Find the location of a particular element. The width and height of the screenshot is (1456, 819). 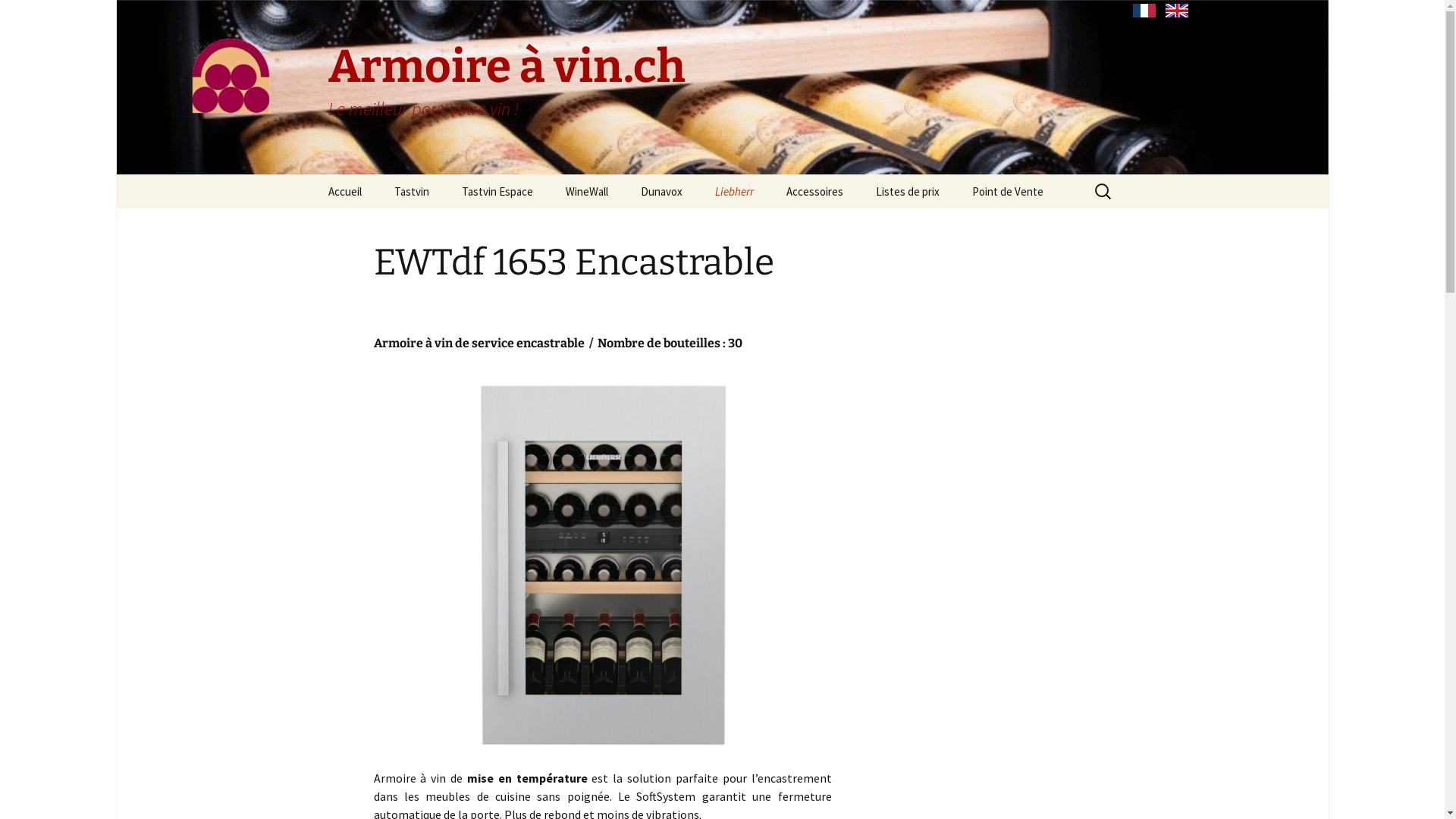

'Point de Vente' is located at coordinates (956, 190).